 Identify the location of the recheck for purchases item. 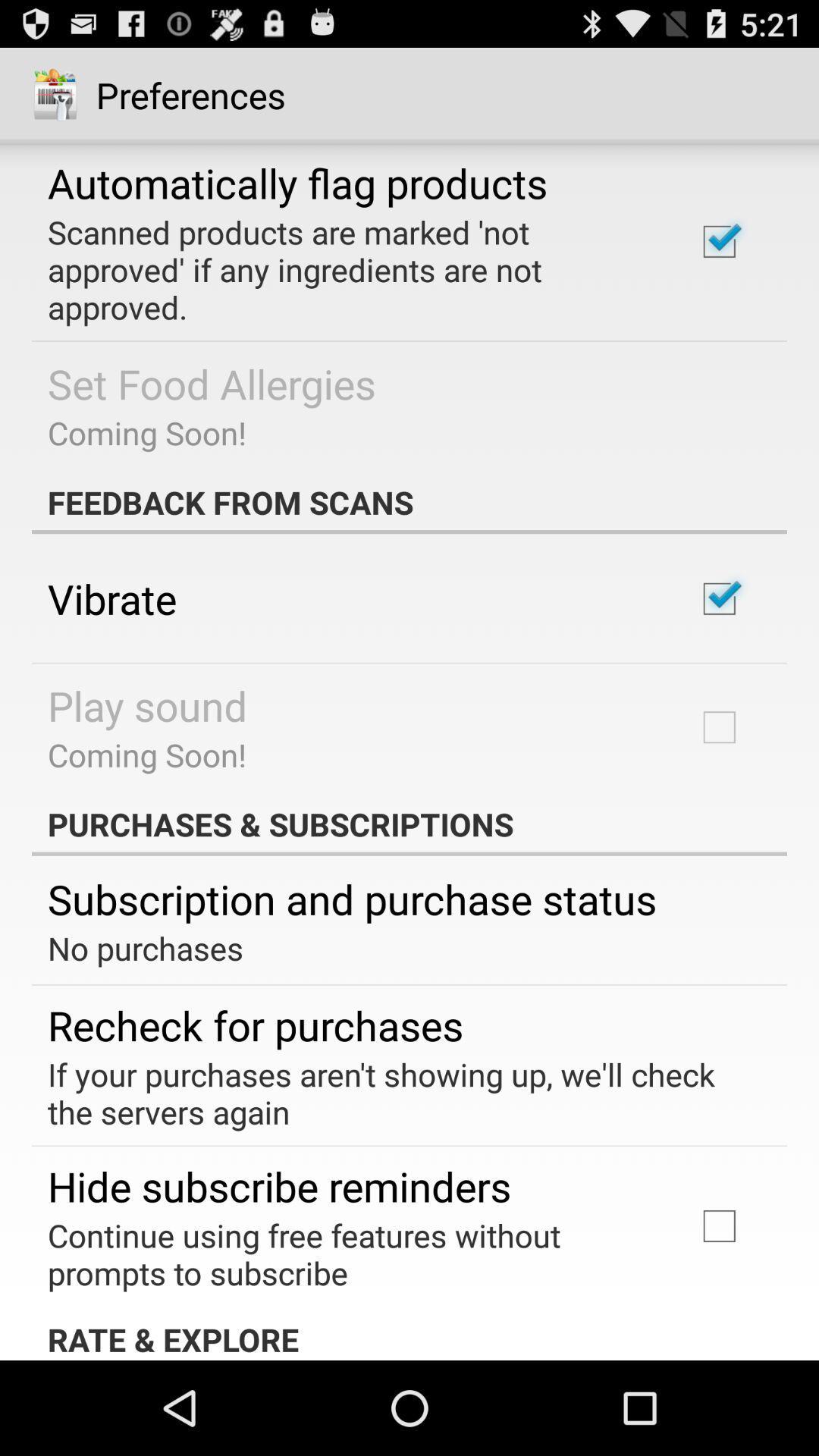
(255, 1025).